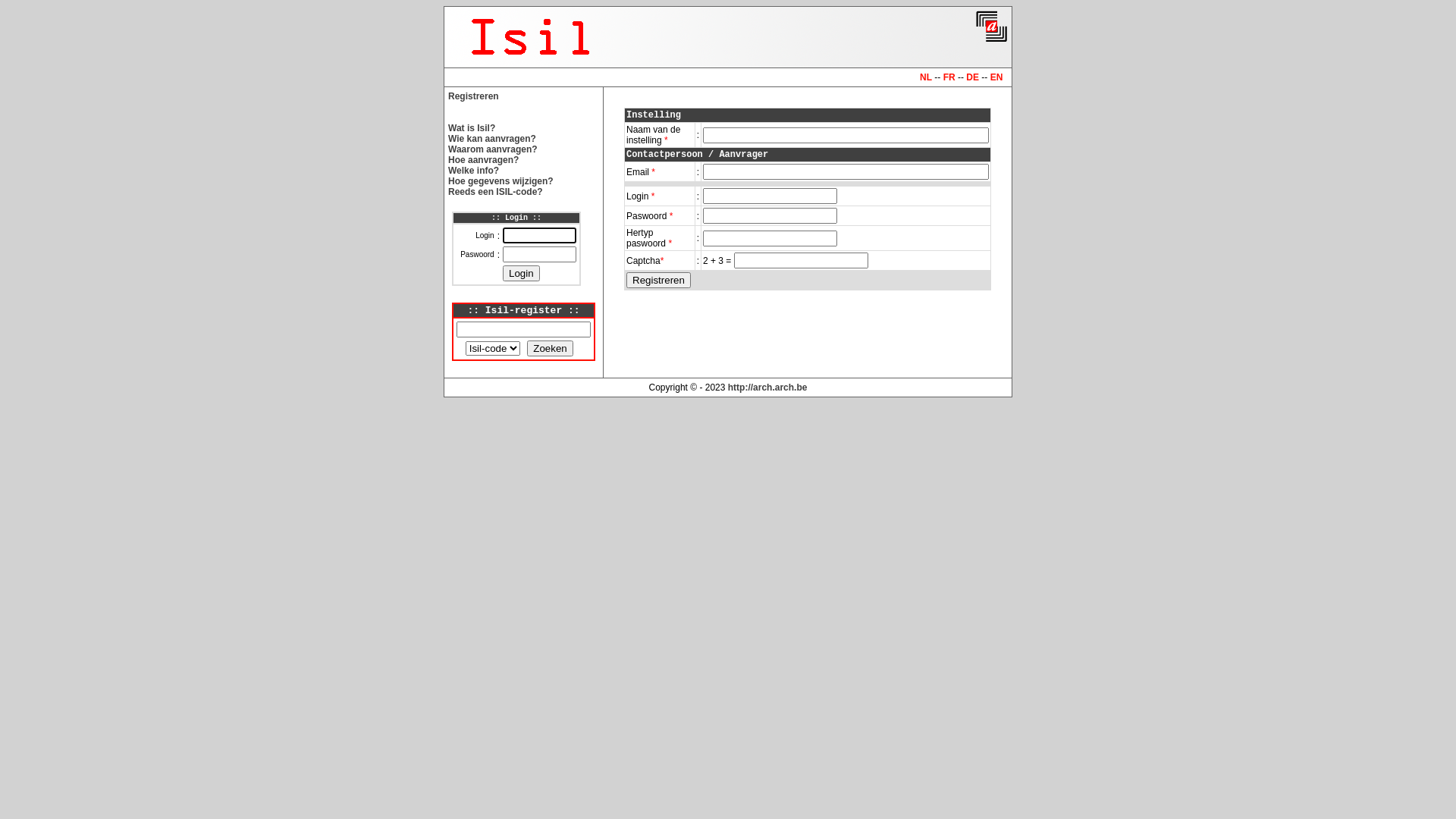 The width and height of the screenshot is (1456, 819). I want to click on 'FR', so click(949, 77).